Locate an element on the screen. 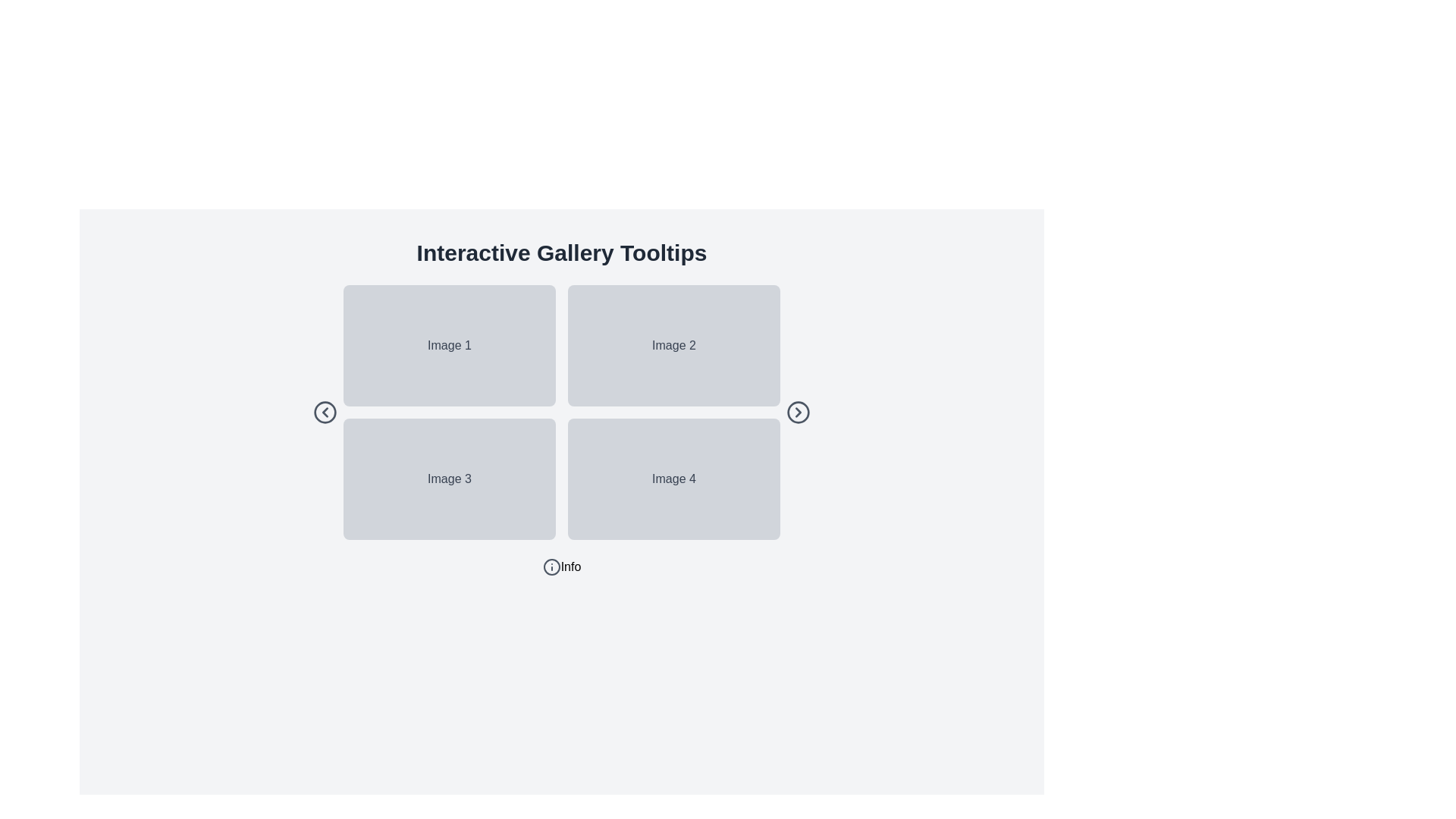  the text label that displays 'Image 4' is located at coordinates (673, 479).